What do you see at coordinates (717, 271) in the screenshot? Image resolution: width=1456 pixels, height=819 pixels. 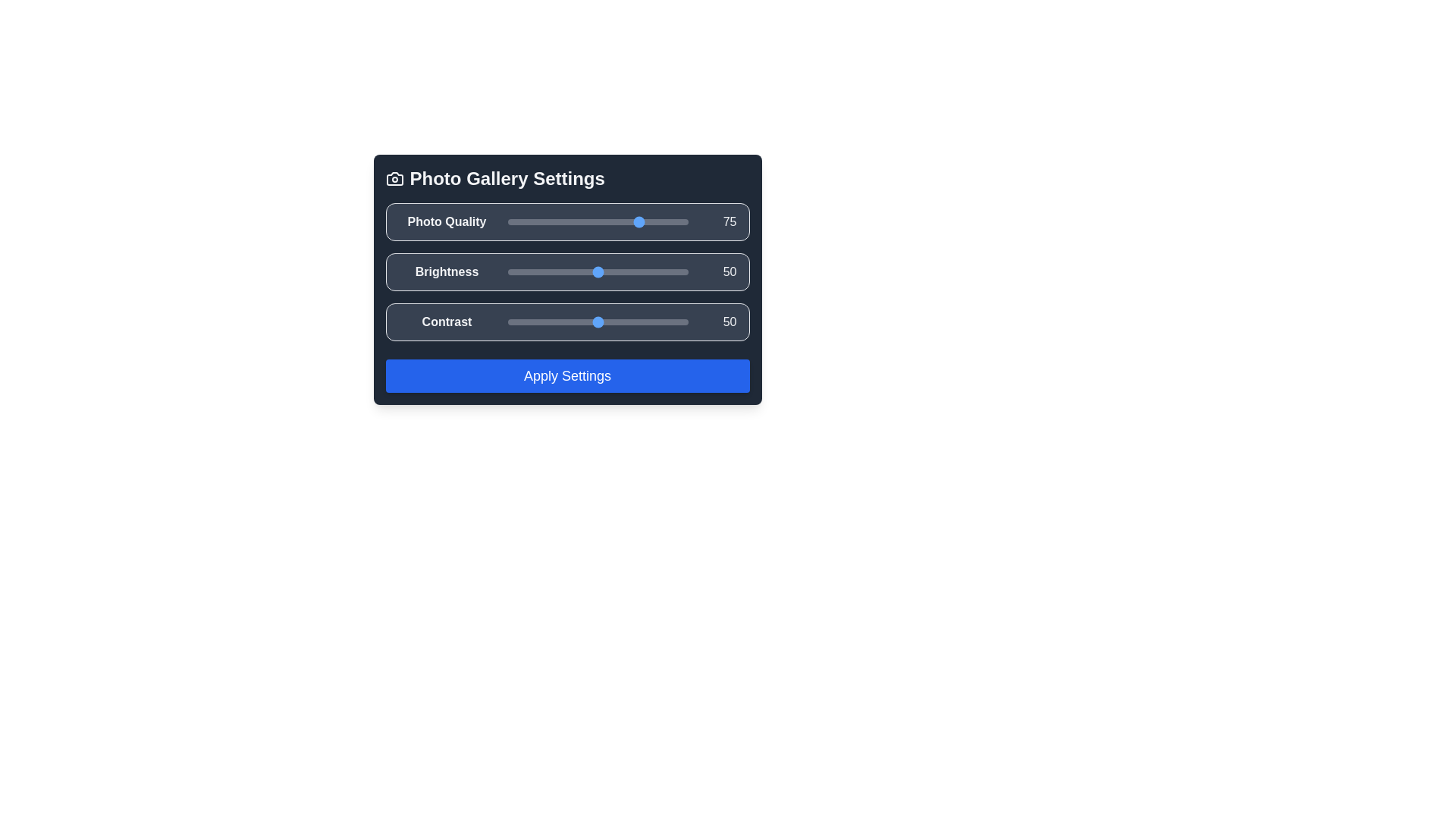 I see `the Static Text Display showing the value '50' with a gray background and white text, located at the end of the row for the 'Brightness' slider in the 'Photo Gallery Settings' section` at bounding box center [717, 271].